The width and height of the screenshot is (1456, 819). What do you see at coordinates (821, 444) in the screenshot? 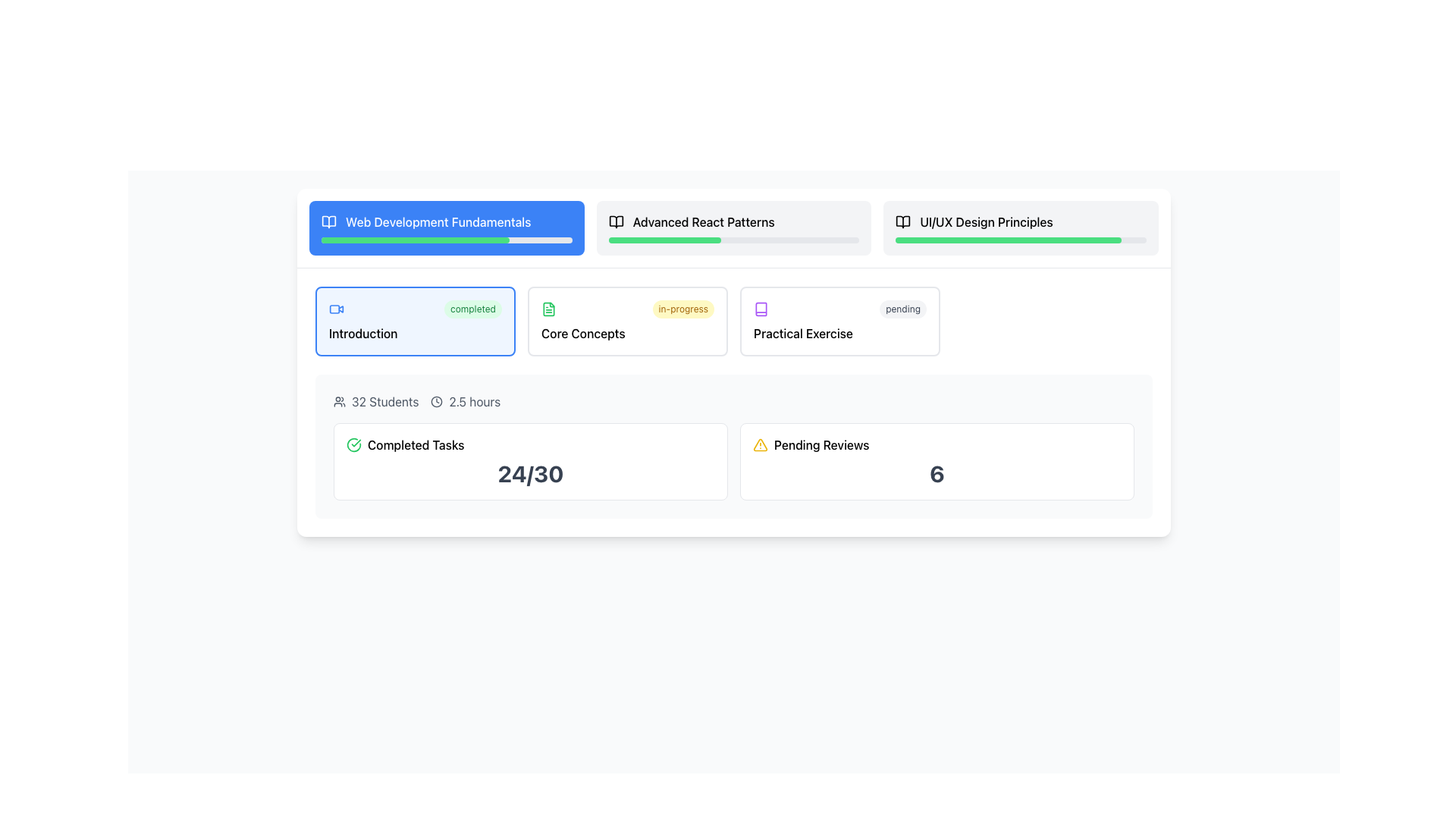
I see `the status label indicating pending reviews, located in the bottom right section of the interface, next to a yellow warning icon` at bounding box center [821, 444].